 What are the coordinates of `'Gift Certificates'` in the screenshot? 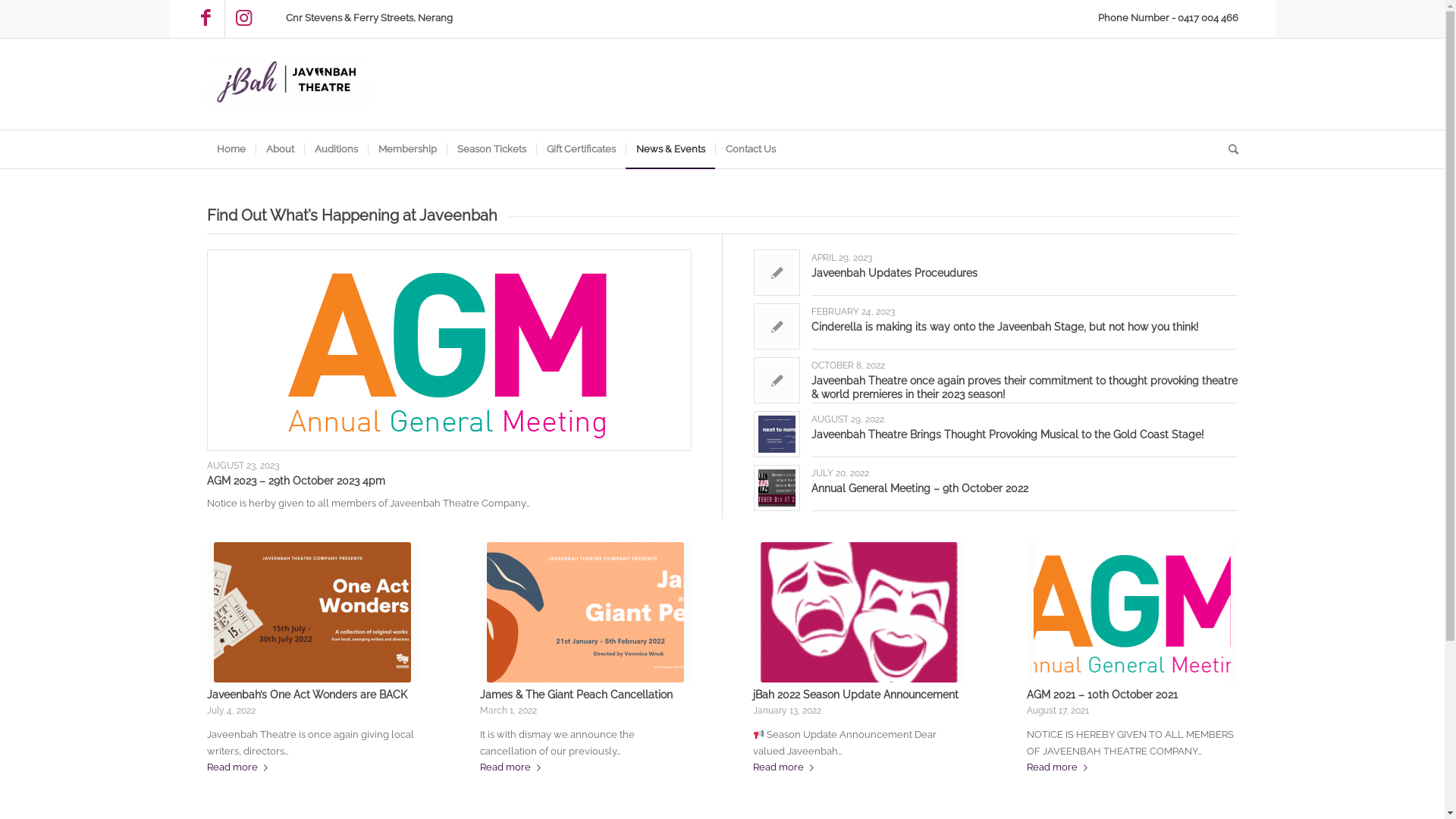 It's located at (579, 149).